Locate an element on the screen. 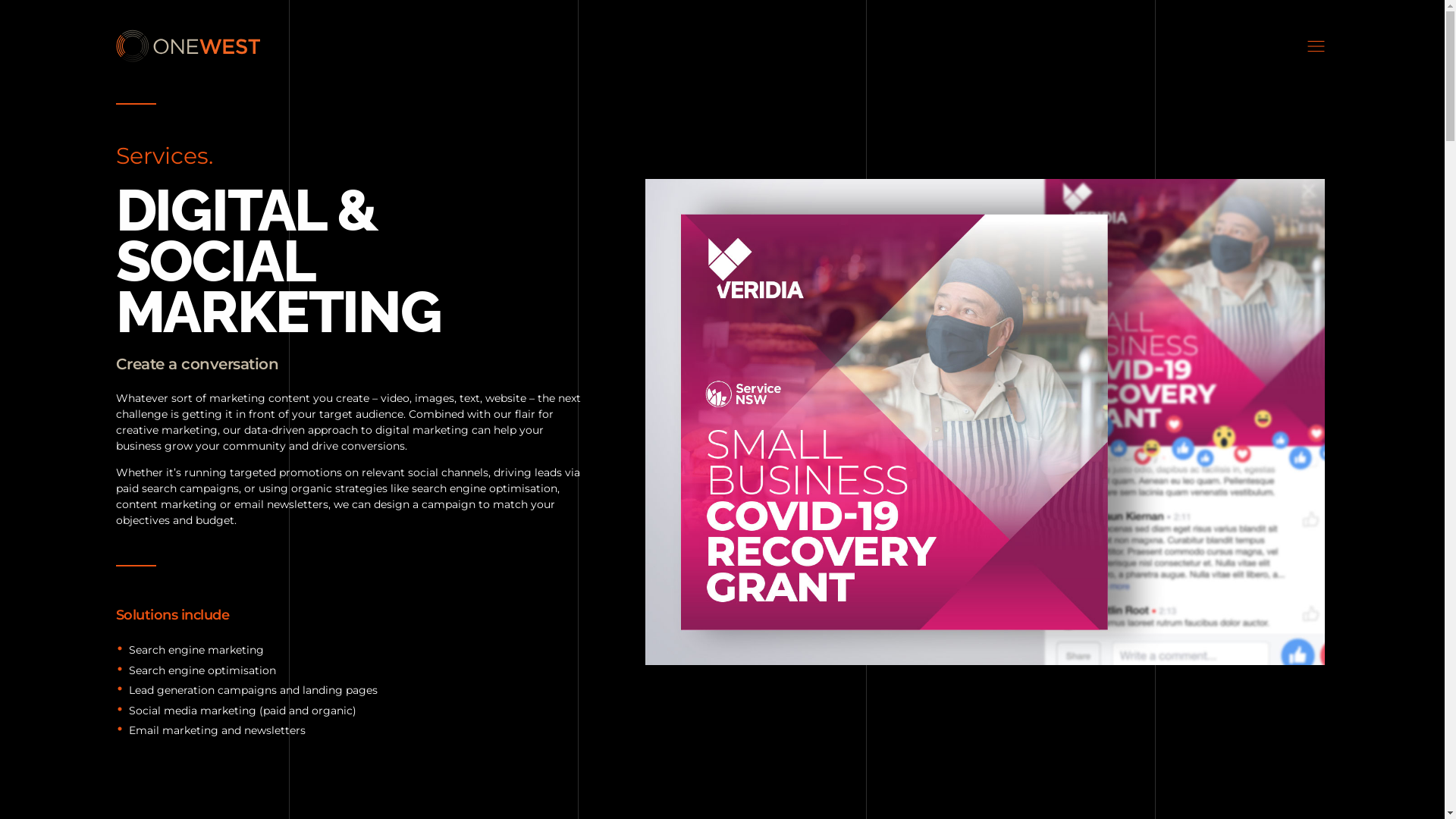 The width and height of the screenshot is (1456, 819). 'OneWest Design & Media' is located at coordinates (210, 71).